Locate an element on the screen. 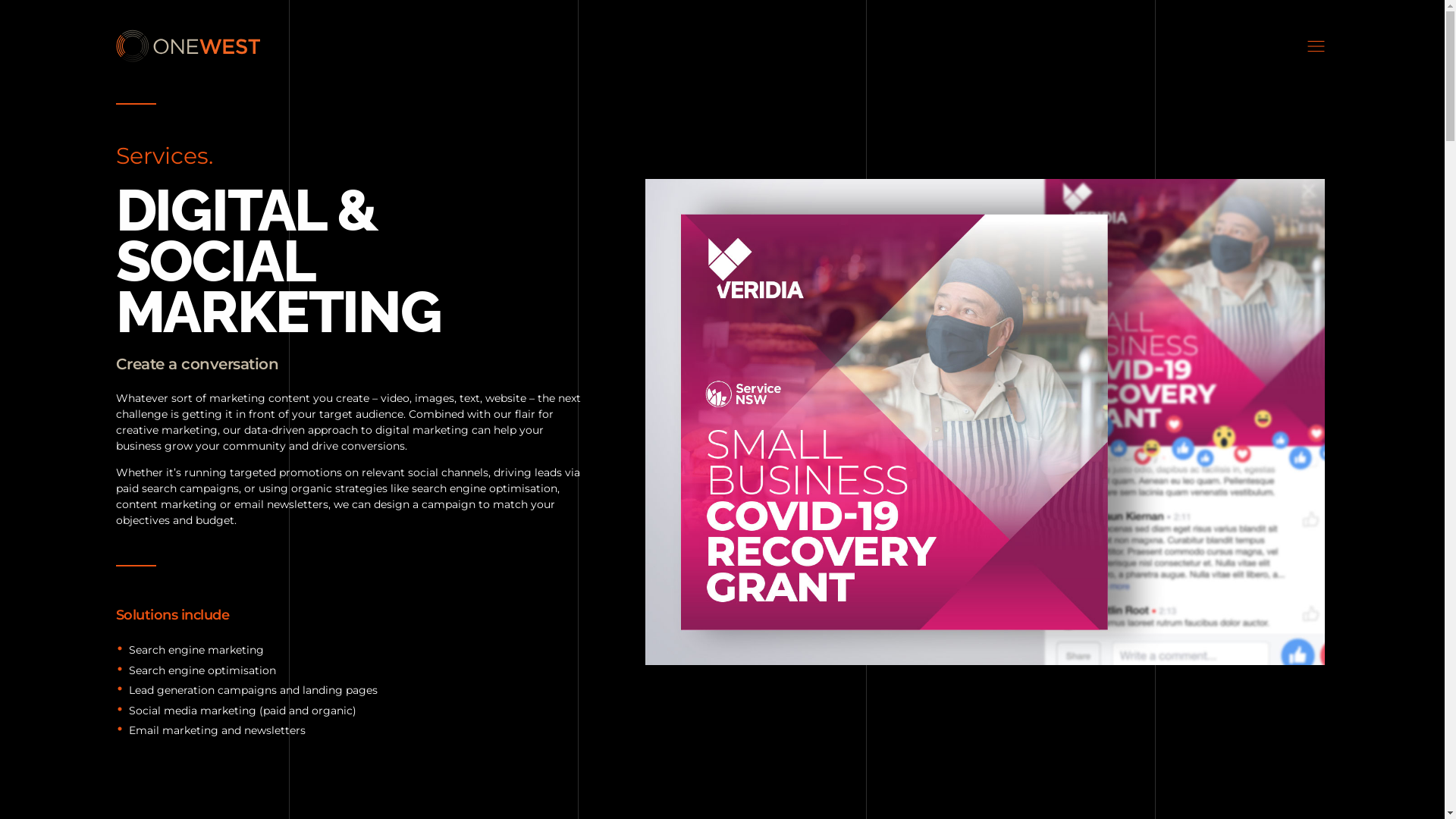 The width and height of the screenshot is (1456, 819). 'OneWest Design & Media' is located at coordinates (210, 71).